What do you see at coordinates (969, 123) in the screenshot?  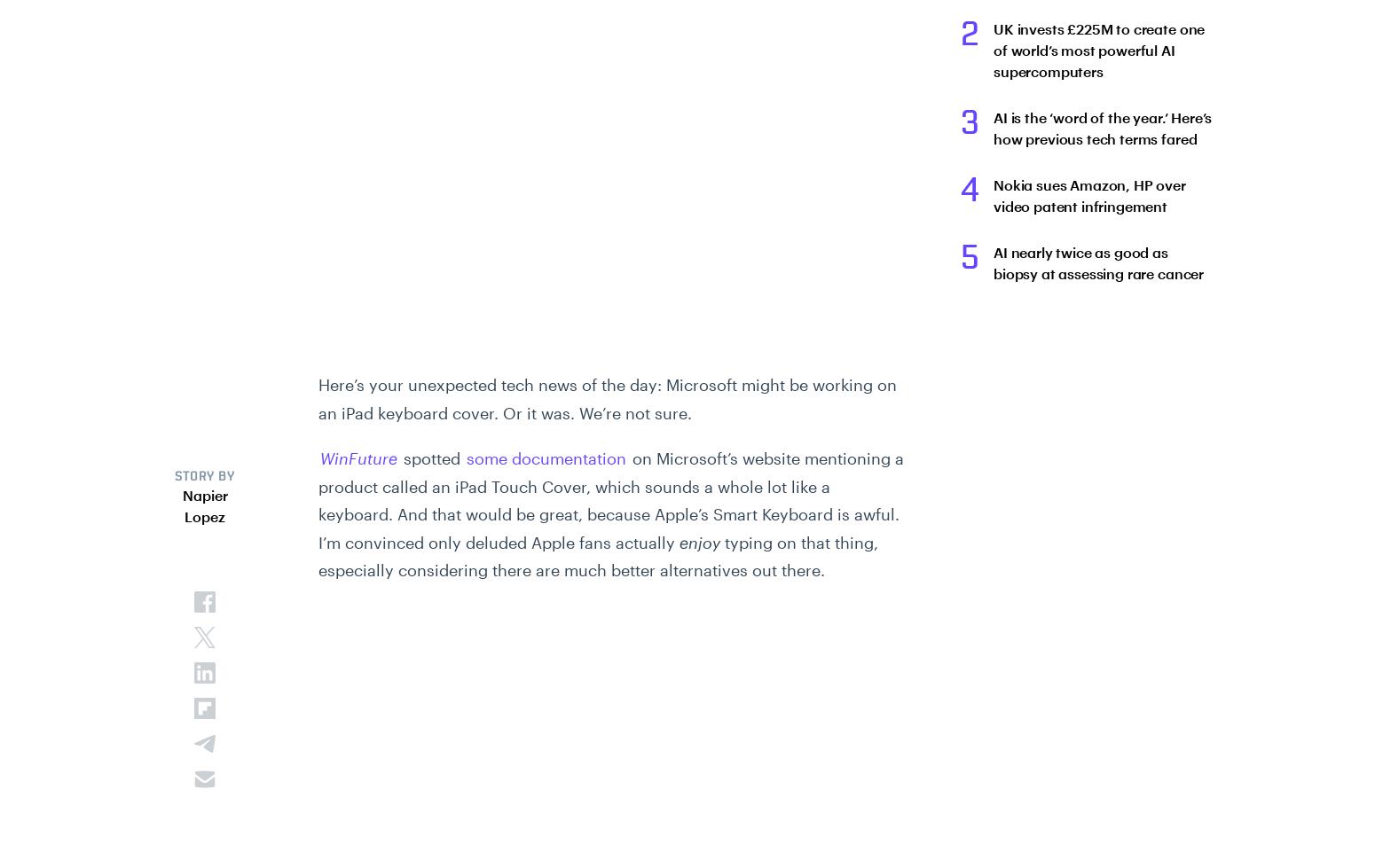 I see `'3'` at bounding box center [969, 123].